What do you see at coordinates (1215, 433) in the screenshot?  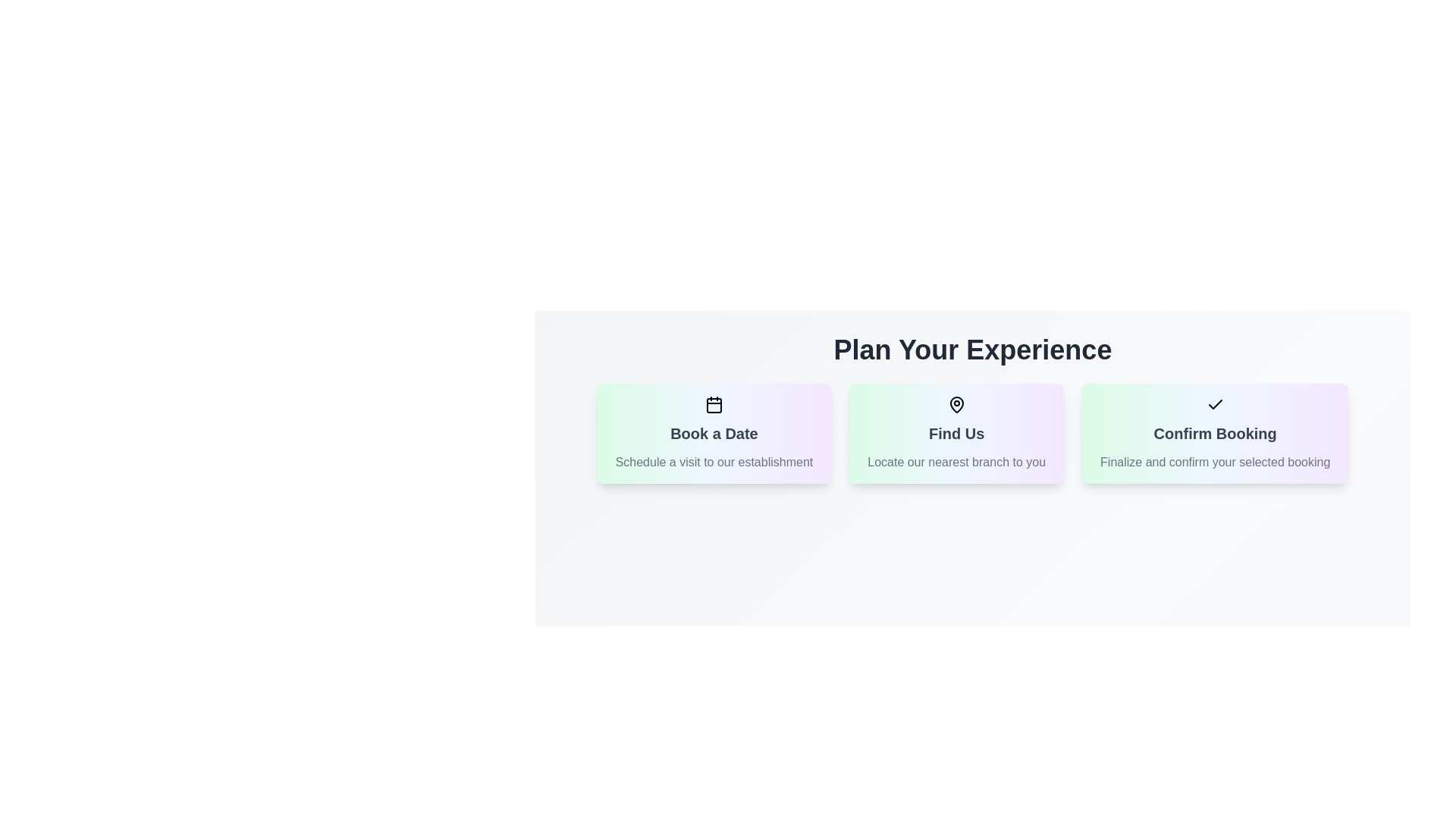 I see `text label that confirms a booking, located in the rightmost card below the header 'Plan Your Experience', positioned centrally above the description text 'Finalize and confirm your selected booking'` at bounding box center [1215, 433].